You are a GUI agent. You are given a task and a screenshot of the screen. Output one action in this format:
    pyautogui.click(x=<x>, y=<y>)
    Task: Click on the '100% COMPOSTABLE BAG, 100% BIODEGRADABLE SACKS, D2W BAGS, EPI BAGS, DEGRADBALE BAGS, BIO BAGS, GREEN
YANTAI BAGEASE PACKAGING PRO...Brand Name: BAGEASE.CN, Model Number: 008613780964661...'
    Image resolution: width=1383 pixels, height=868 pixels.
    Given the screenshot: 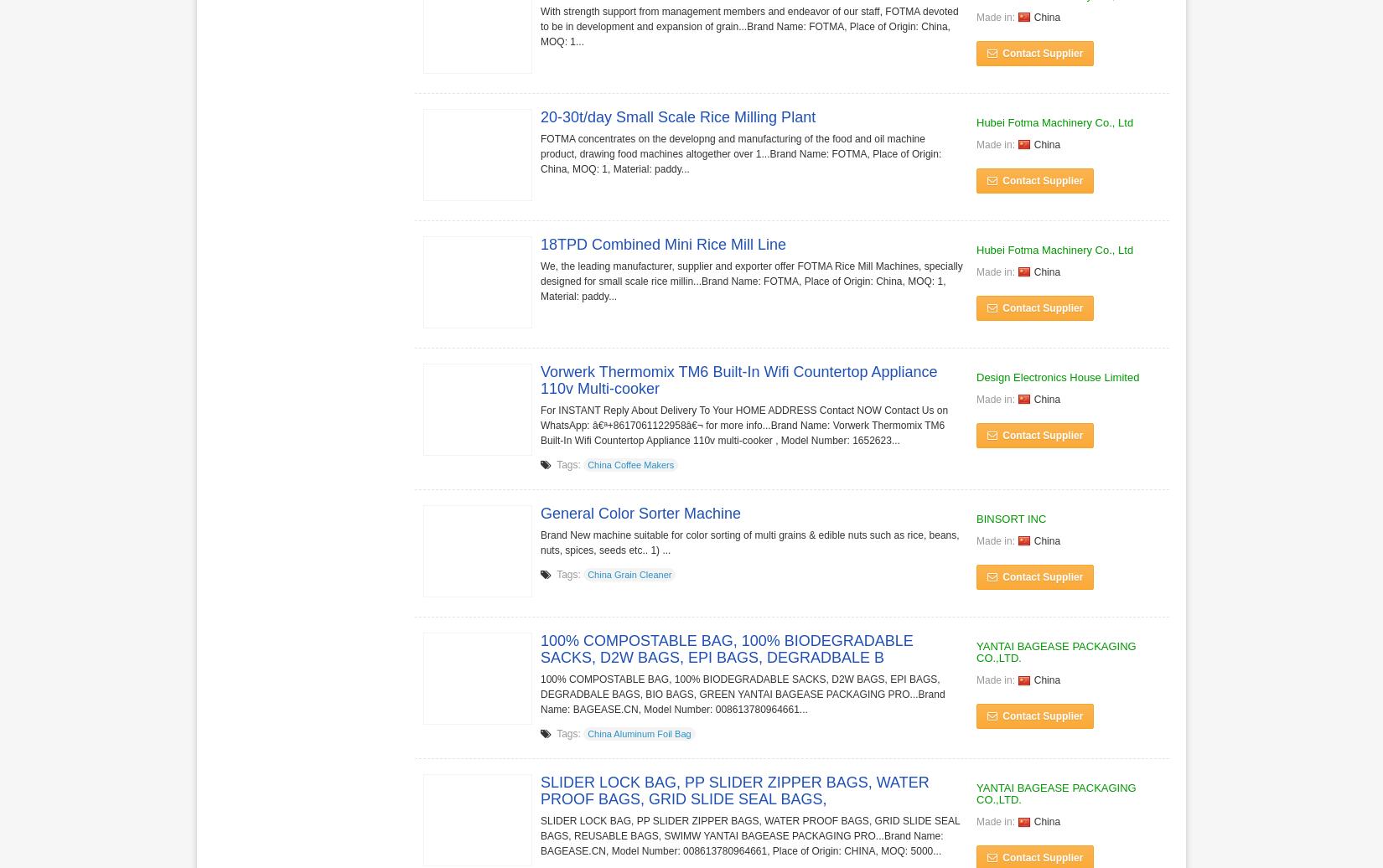 What is the action you would take?
    pyautogui.click(x=743, y=693)
    